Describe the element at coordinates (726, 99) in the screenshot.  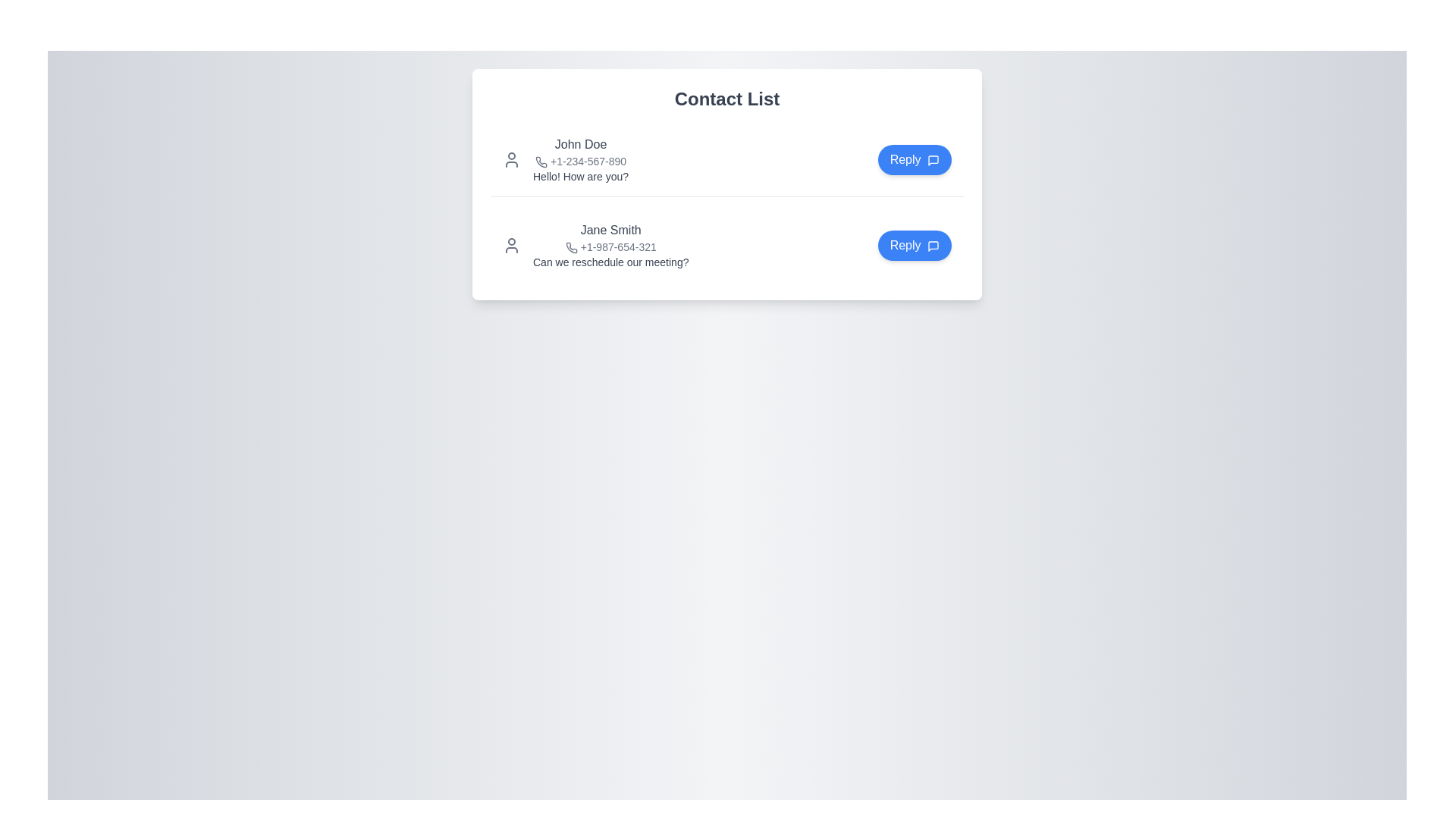
I see `the prominently styled static text label that reads 'Contact List', which is a heading centered horizontally at the top of the page` at that location.